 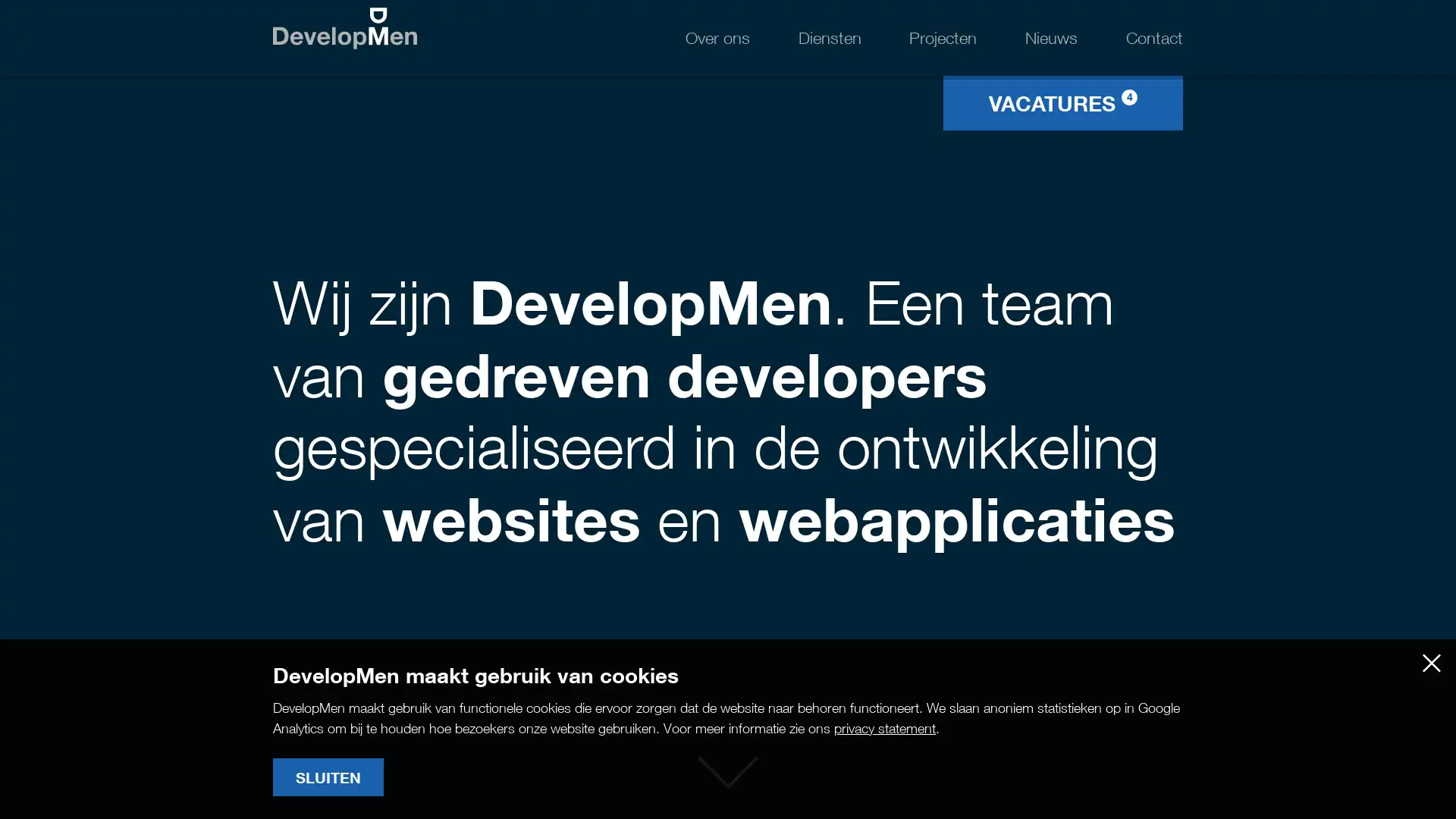 What do you see at coordinates (327, 777) in the screenshot?
I see `SLUITEN` at bounding box center [327, 777].